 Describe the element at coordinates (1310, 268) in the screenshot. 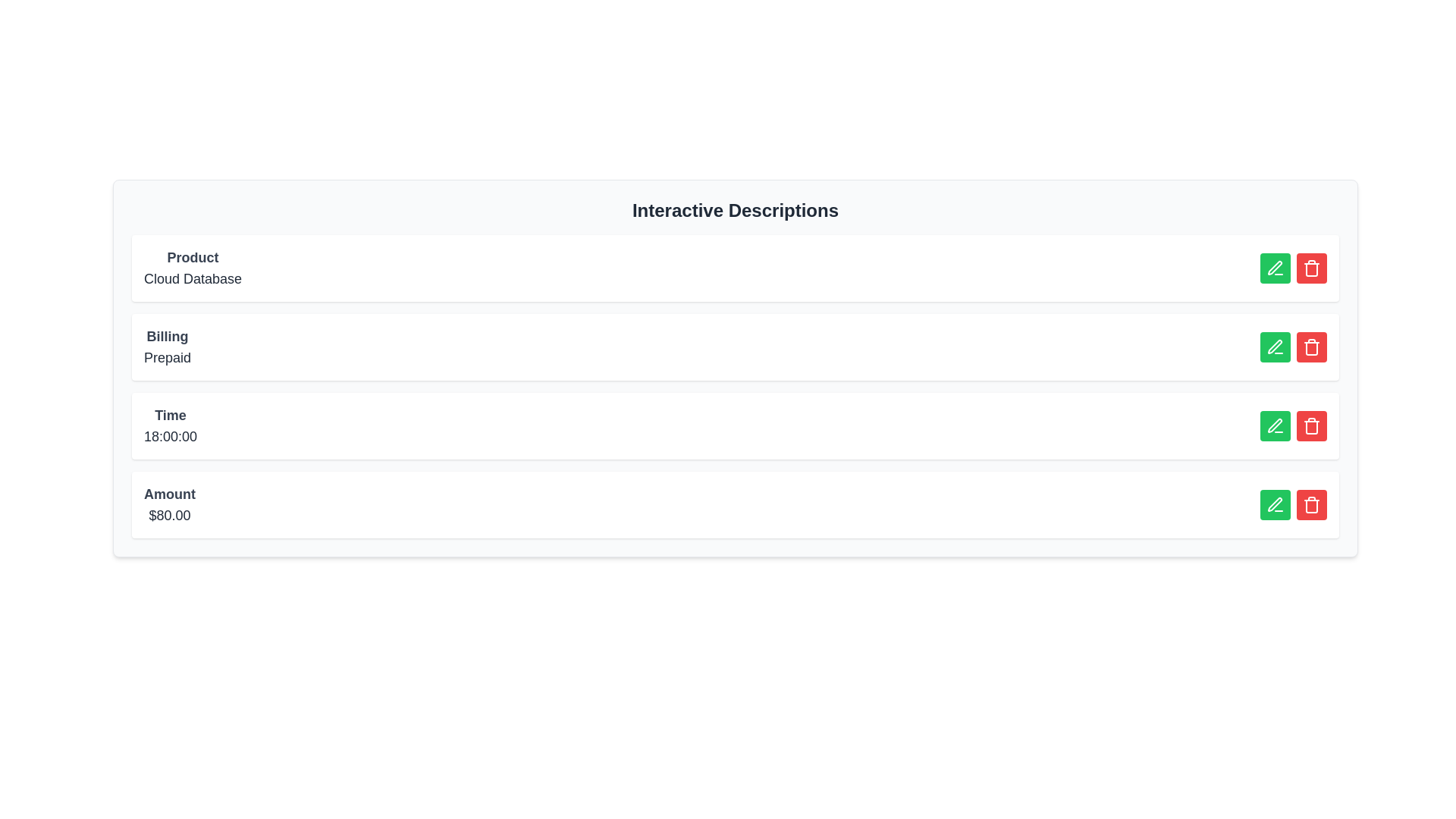

I see `the trash bin icon` at that location.